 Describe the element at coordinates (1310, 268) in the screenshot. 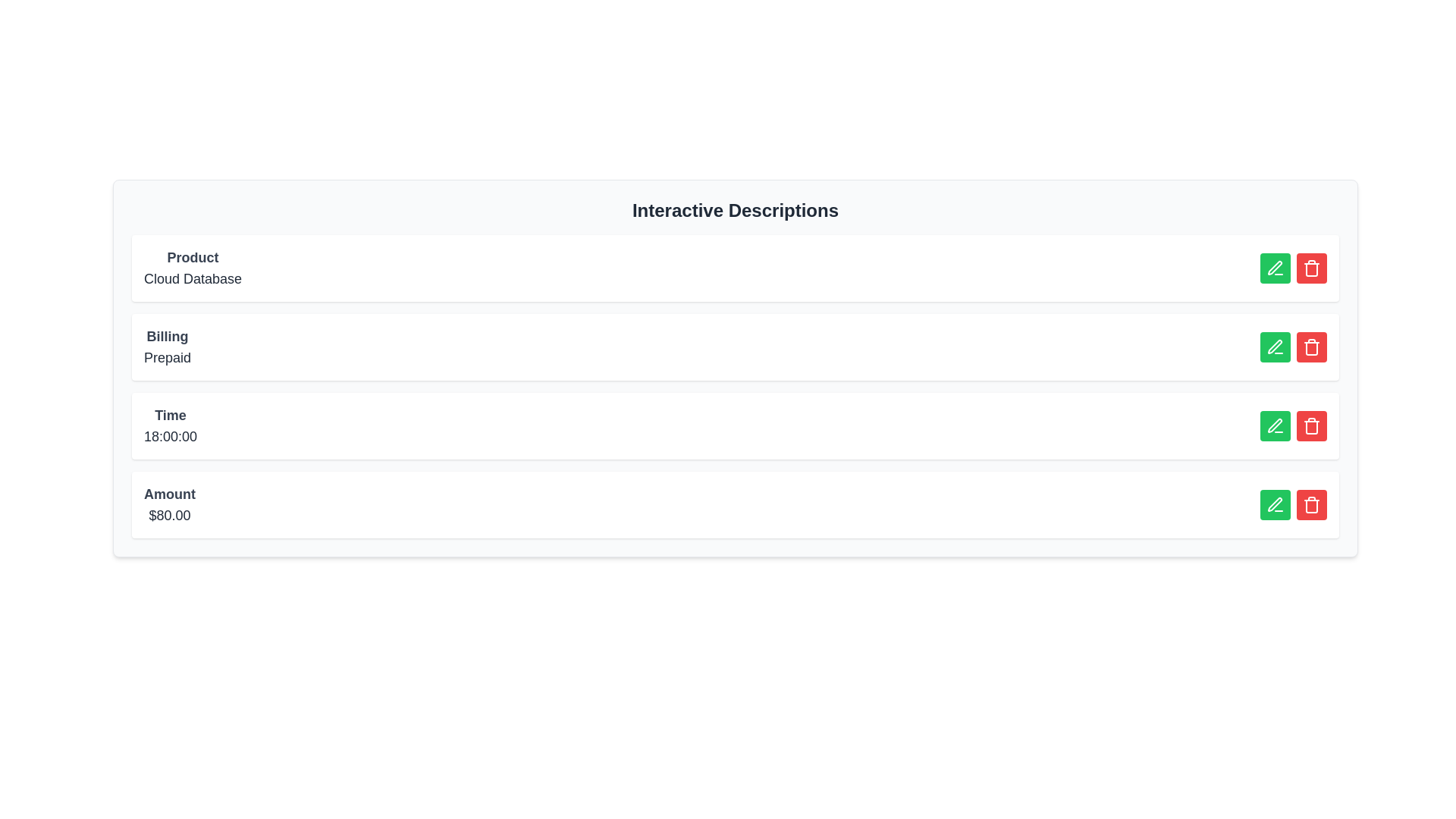

I see `the trash bin icon` at that location.